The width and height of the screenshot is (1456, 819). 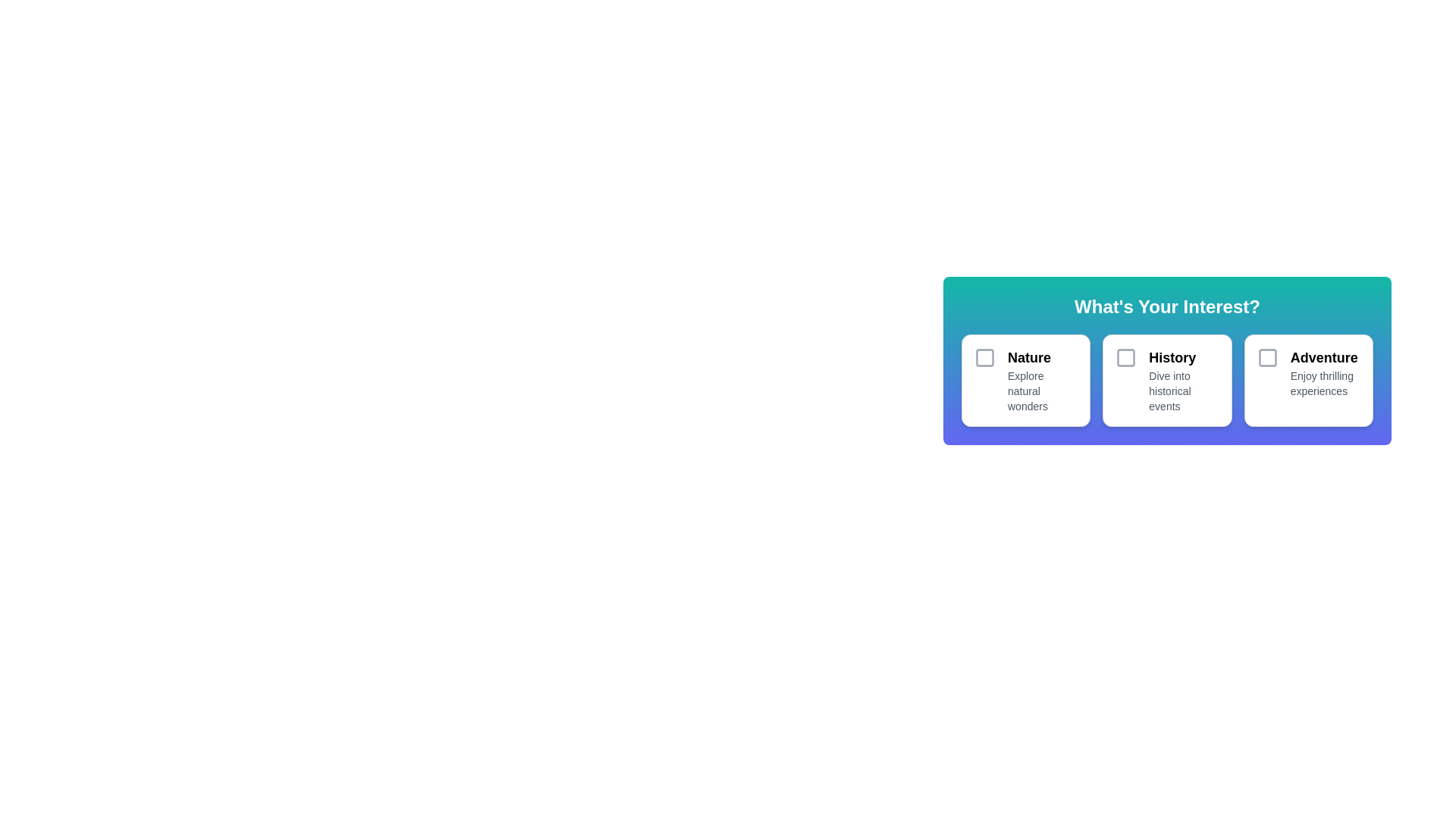 What do you see at coordinates (1324, 379) in the screenshot?
I see `information presented in the text block that serves as a label and description for a selectable option related to adventure activities, located in the rightmost box under the heading 'What's Your Interest?'` at bounding box center [1324, 379].